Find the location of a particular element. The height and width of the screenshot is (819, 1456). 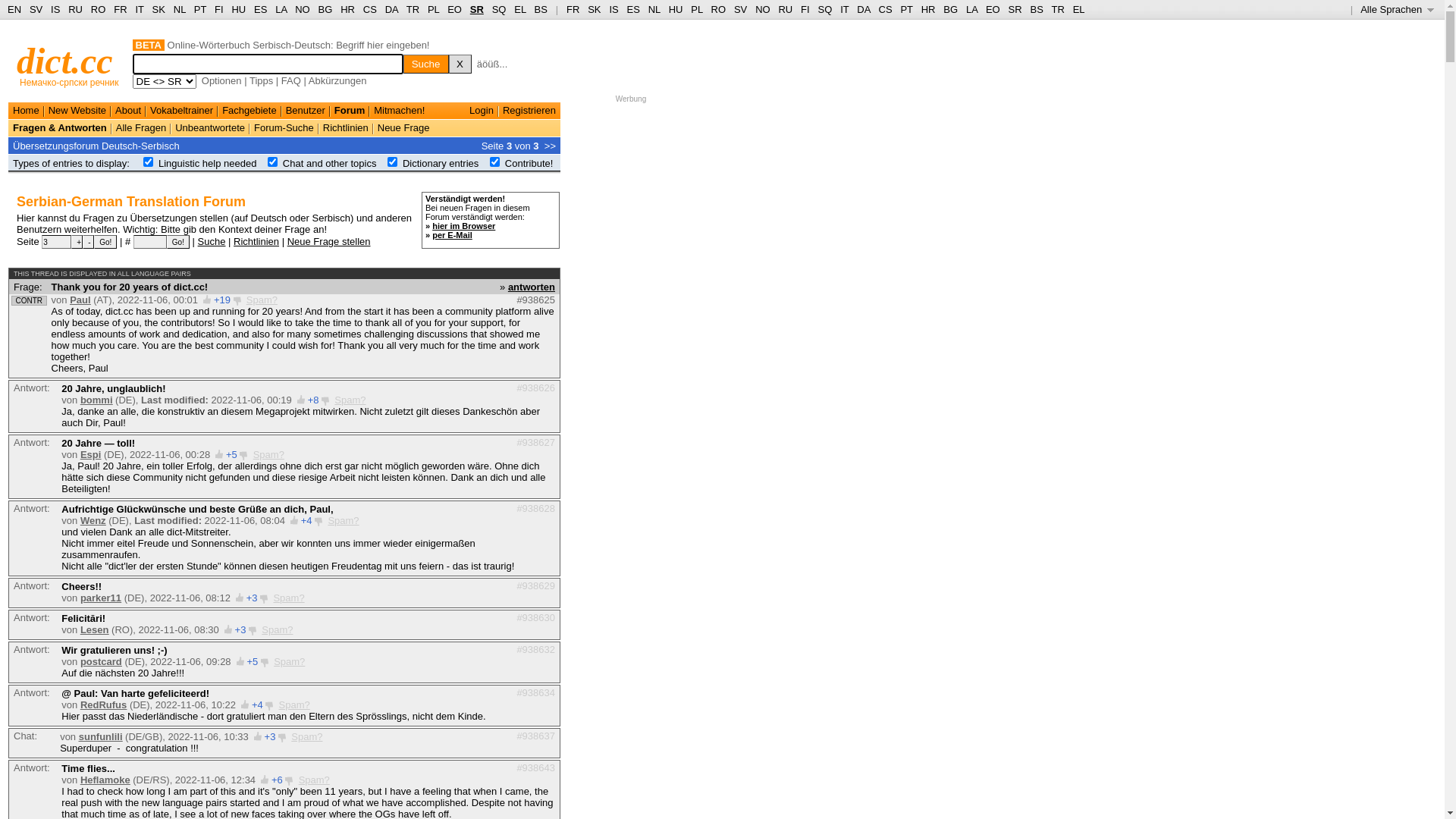

'HR' is located at coordinates (347, 9).